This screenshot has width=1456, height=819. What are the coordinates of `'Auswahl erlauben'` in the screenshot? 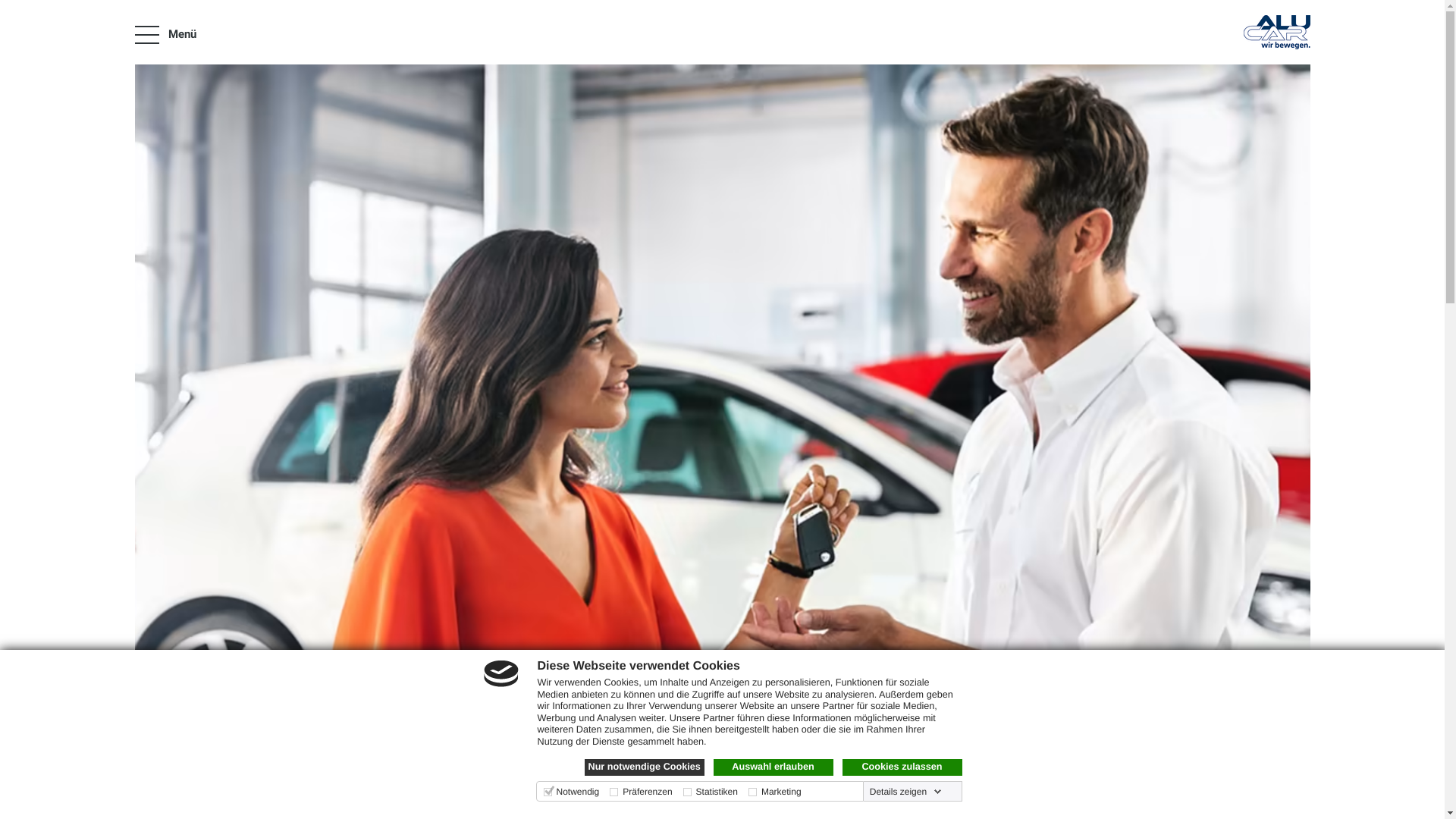 It's located at (772, 767).